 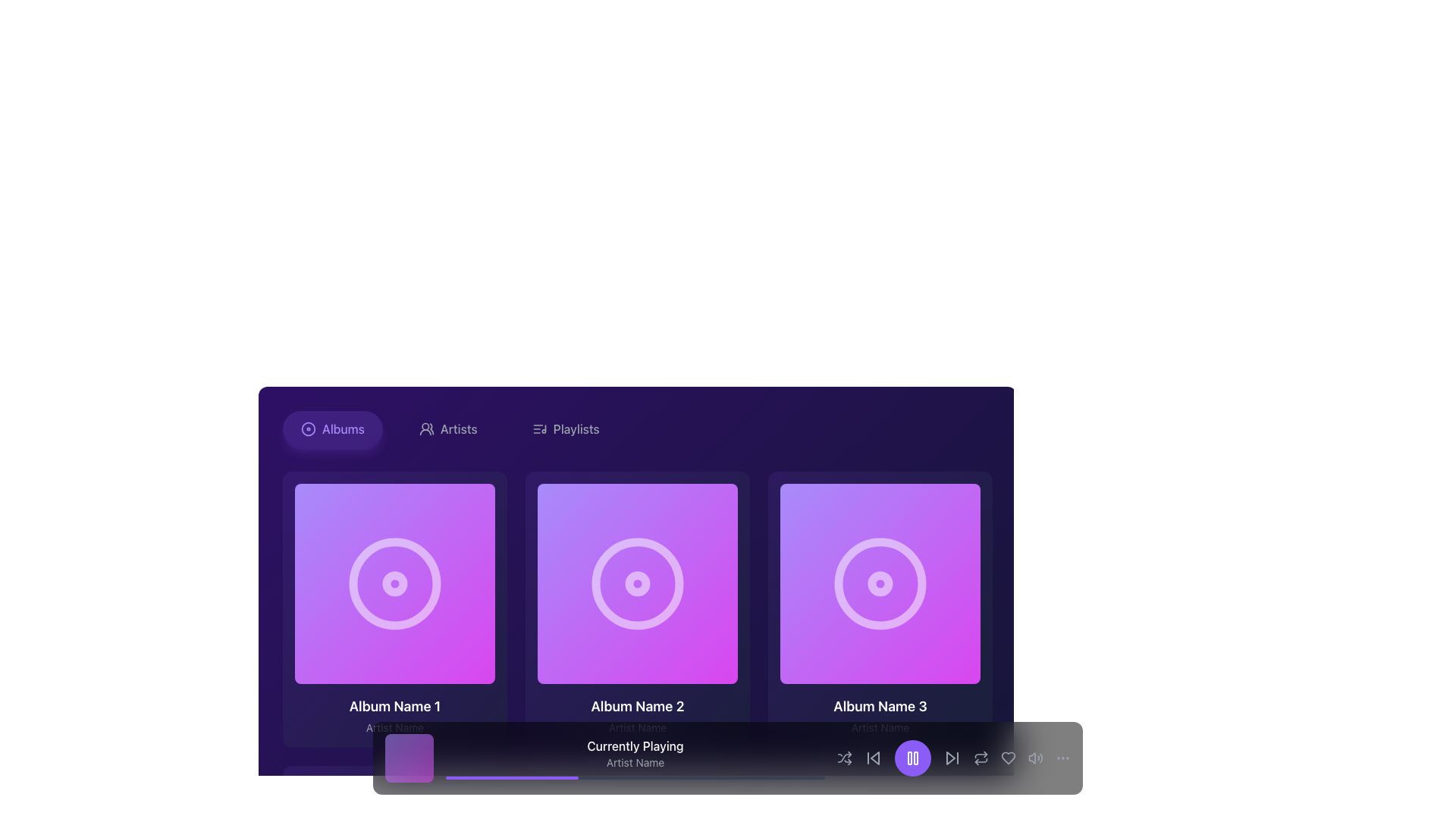 I want to click on the pause button located in the middle of the bottom control bar to change its color, so click(x=912, y=758).